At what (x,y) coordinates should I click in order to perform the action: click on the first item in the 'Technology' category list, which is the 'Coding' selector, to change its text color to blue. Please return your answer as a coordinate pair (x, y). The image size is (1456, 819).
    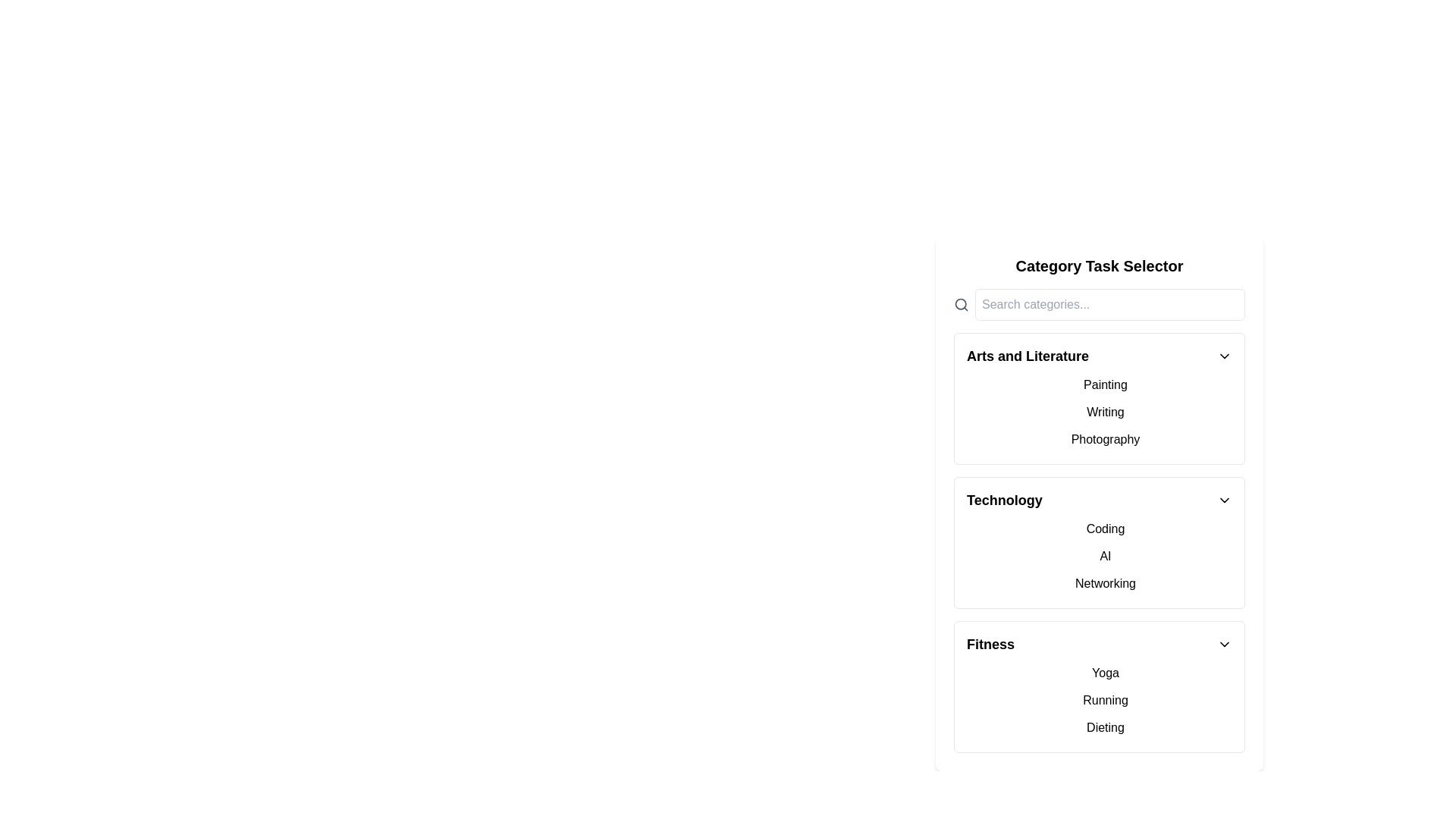
    Looking at the image, I should click on (1106, 529).